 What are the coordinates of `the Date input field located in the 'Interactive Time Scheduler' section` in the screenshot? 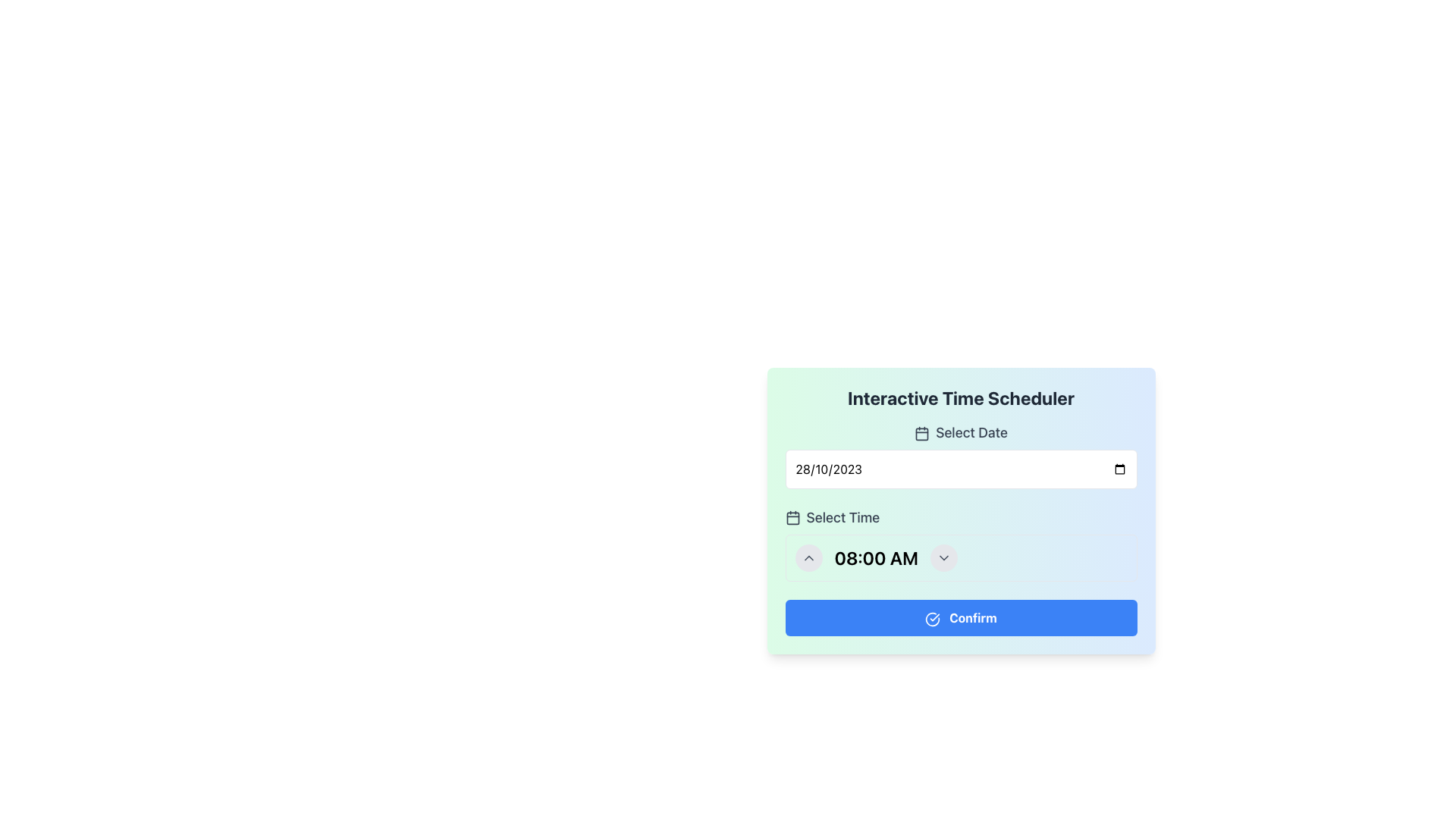 It's located at (960, 455).